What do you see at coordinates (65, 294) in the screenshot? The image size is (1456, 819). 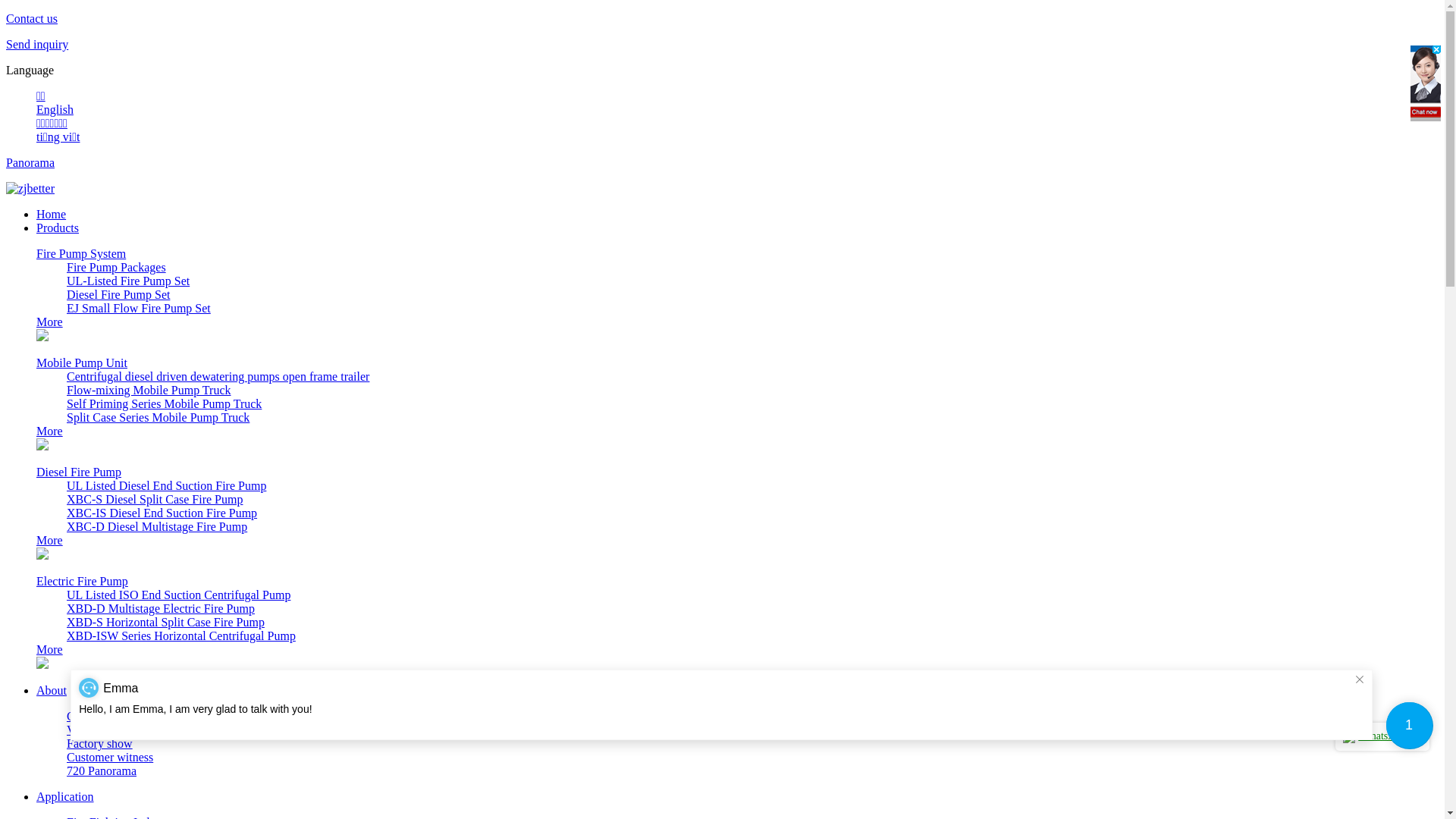 I see `'Diesel Fire Pump Set'` at bounding box center [65, 294].